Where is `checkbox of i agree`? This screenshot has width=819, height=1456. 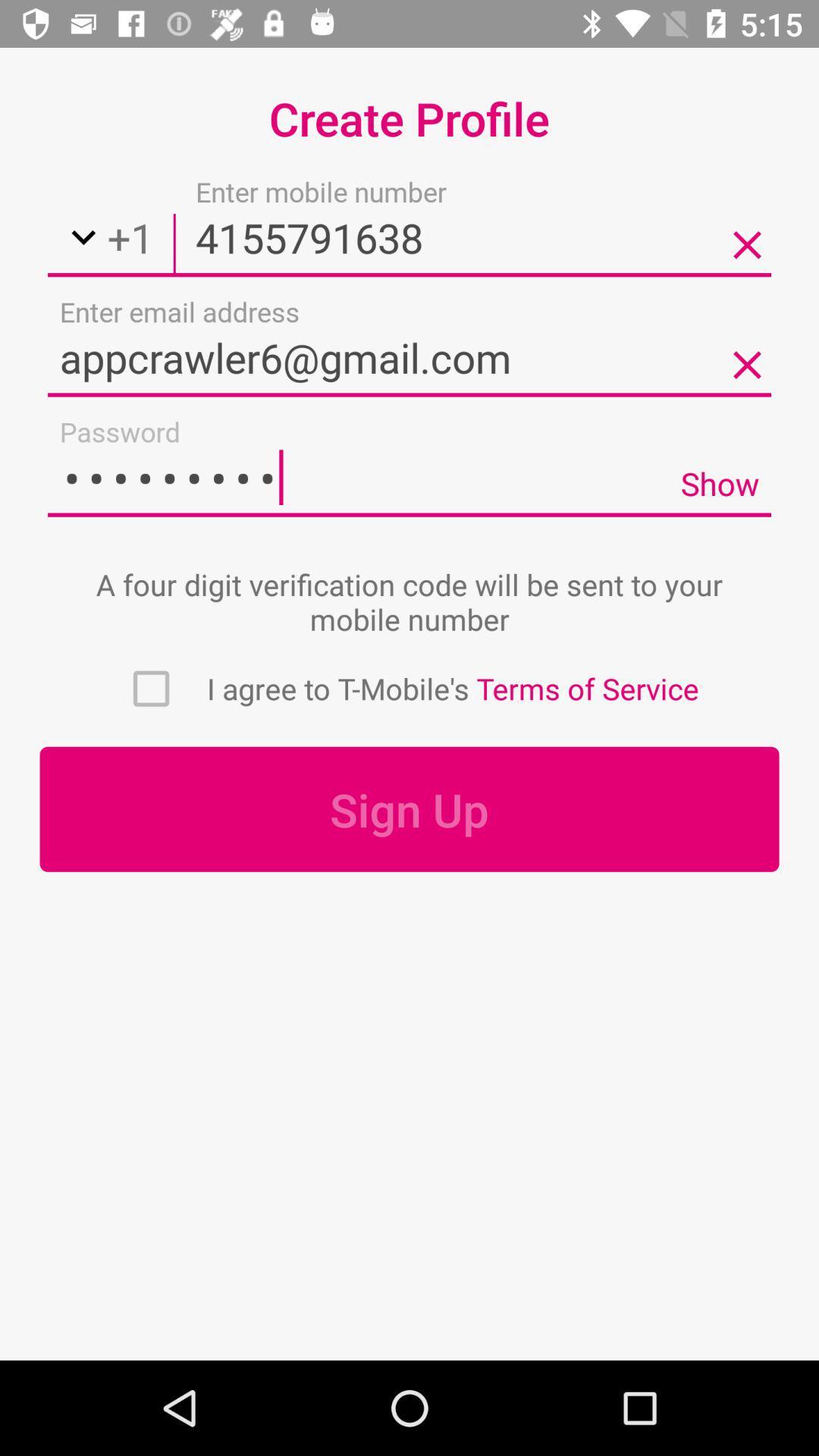
checkbox of i agree is located at coordinates (151, 688).